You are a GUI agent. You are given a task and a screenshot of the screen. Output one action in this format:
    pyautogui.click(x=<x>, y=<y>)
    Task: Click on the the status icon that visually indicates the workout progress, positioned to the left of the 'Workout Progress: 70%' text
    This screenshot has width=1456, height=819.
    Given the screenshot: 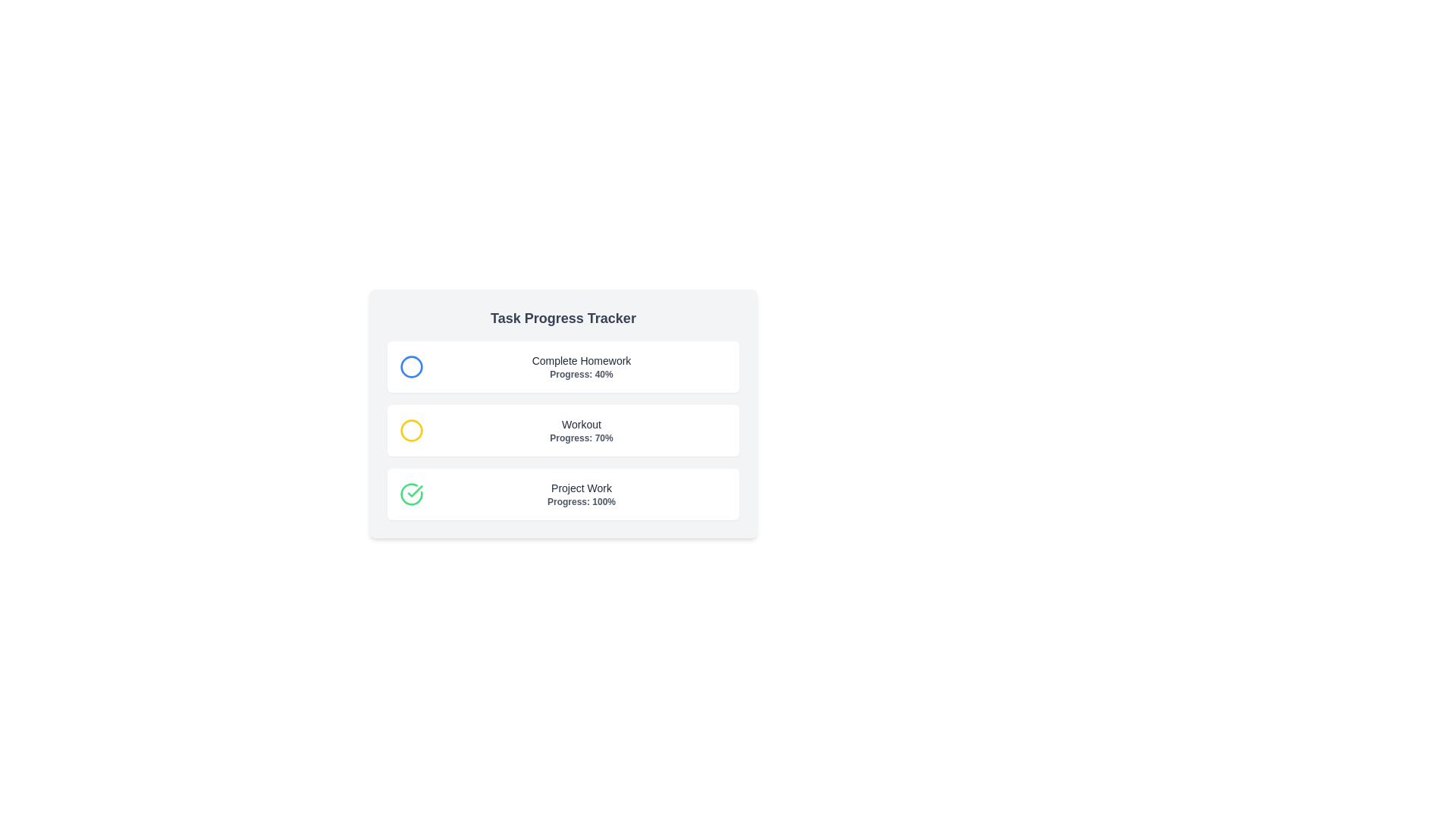 What is the action you would take?
    pyautogui.click(x=411, y=430)
    